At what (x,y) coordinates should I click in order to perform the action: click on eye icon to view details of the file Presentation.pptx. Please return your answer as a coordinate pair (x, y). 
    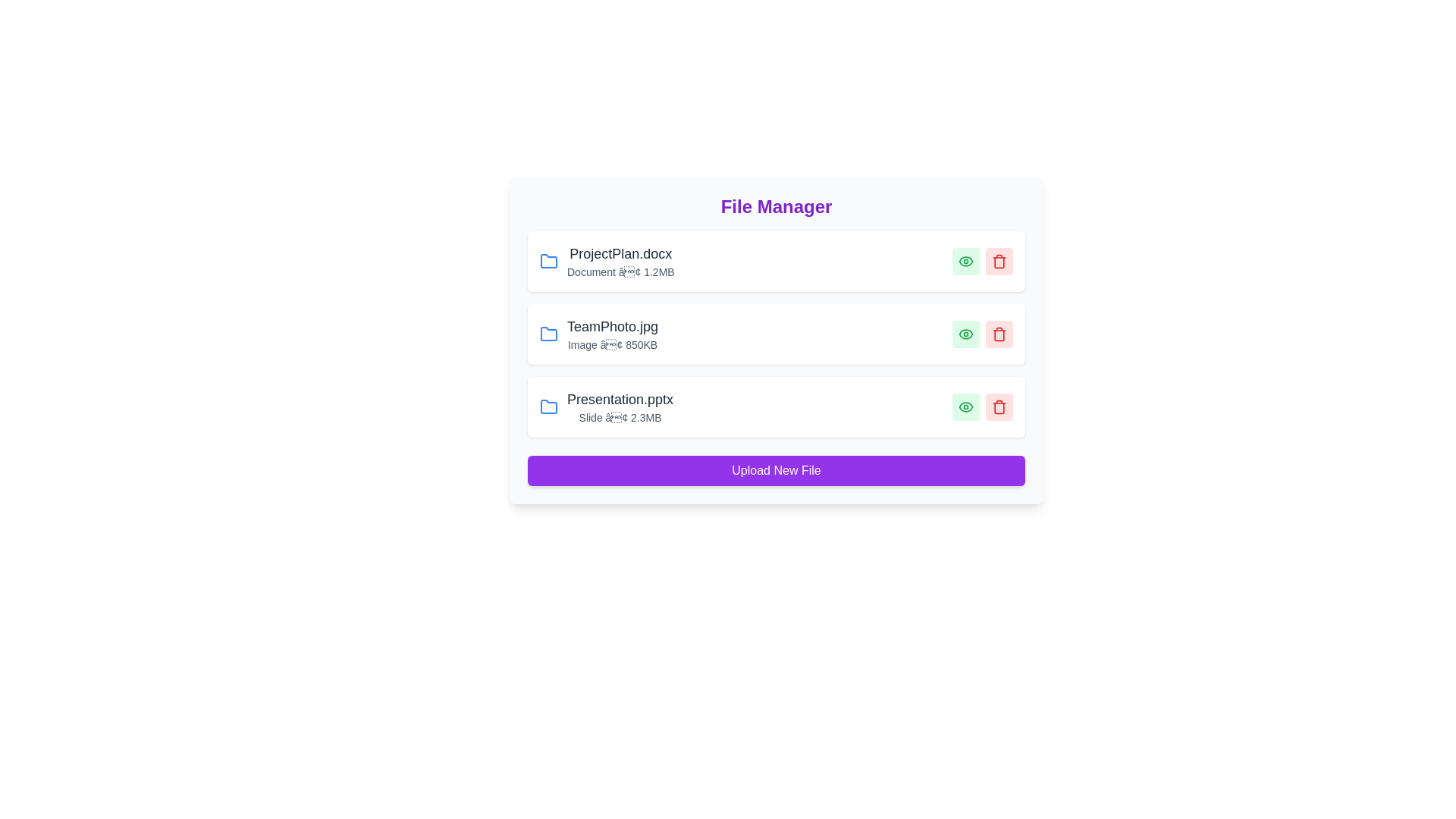
    Looking at the image, I should click on (965, 406).